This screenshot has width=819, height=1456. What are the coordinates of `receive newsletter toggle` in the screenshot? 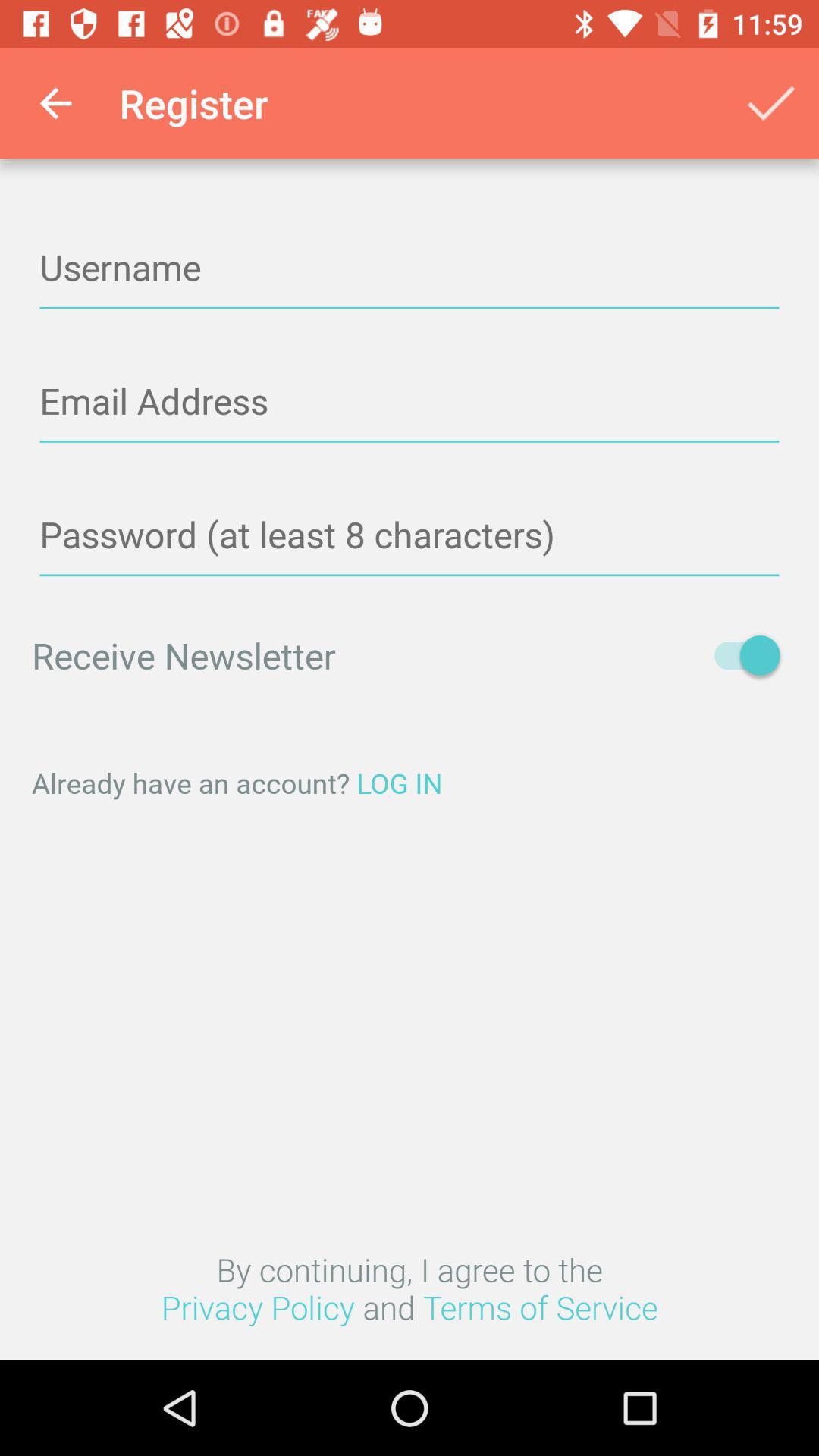 It's located at (739, 655).